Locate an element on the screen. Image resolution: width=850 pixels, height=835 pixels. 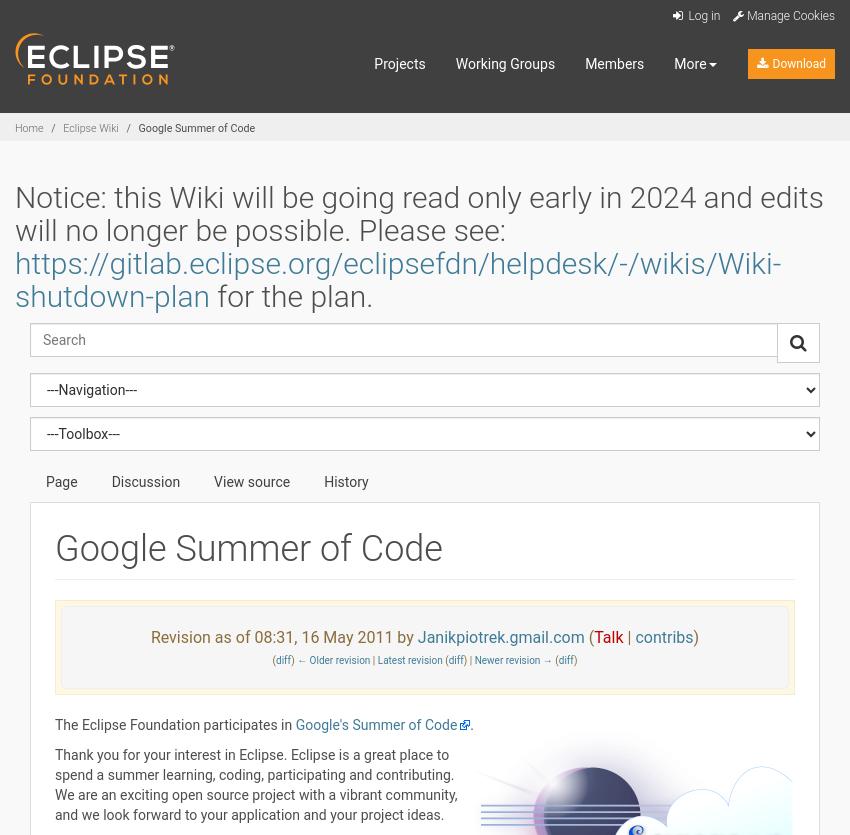
'https://gitlab.eclipse.org/eclipsefdn/helpdesk/-/wikis/Wiki-shutdown-plan' is located at coordinates (397, 278).